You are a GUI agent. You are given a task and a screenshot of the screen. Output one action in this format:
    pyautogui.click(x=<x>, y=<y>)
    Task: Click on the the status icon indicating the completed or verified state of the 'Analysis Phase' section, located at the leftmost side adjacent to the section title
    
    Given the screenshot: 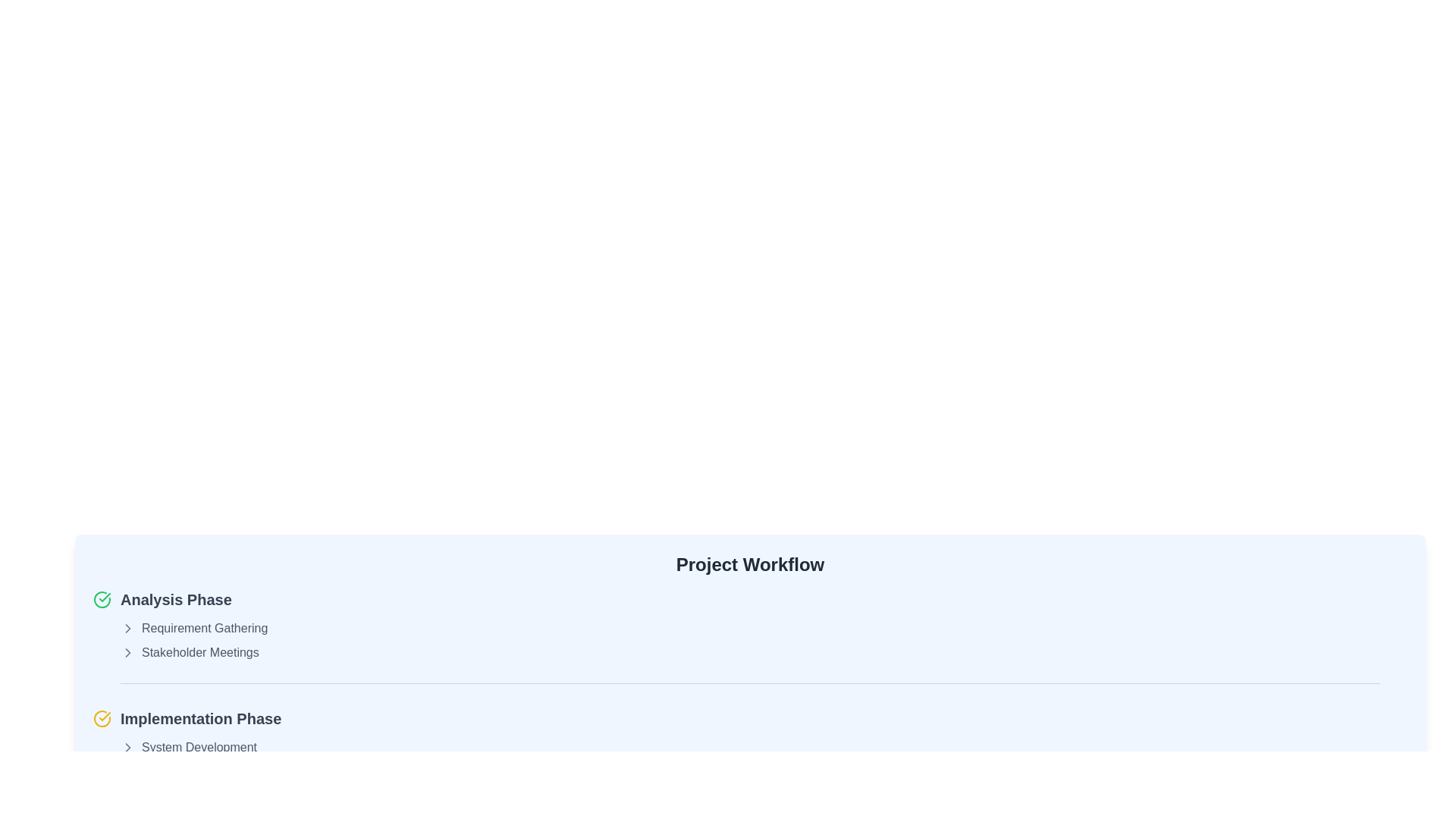 What is the action you would take?
    pyautogui.click(x=101, y=598)
    